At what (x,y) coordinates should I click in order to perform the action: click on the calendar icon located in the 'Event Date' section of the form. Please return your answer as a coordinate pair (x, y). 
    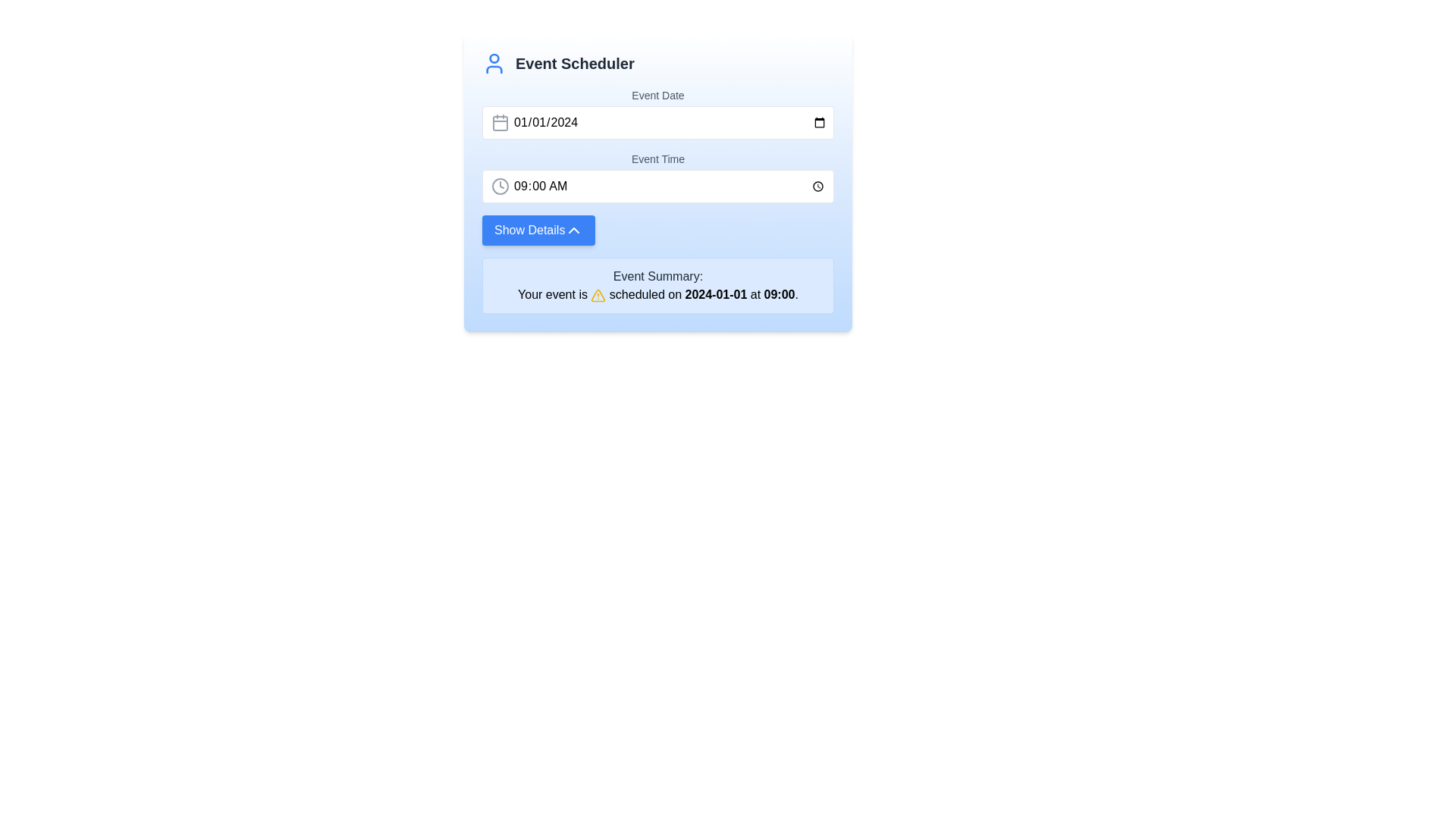
    Looking at the image, I should click on (500, 122).